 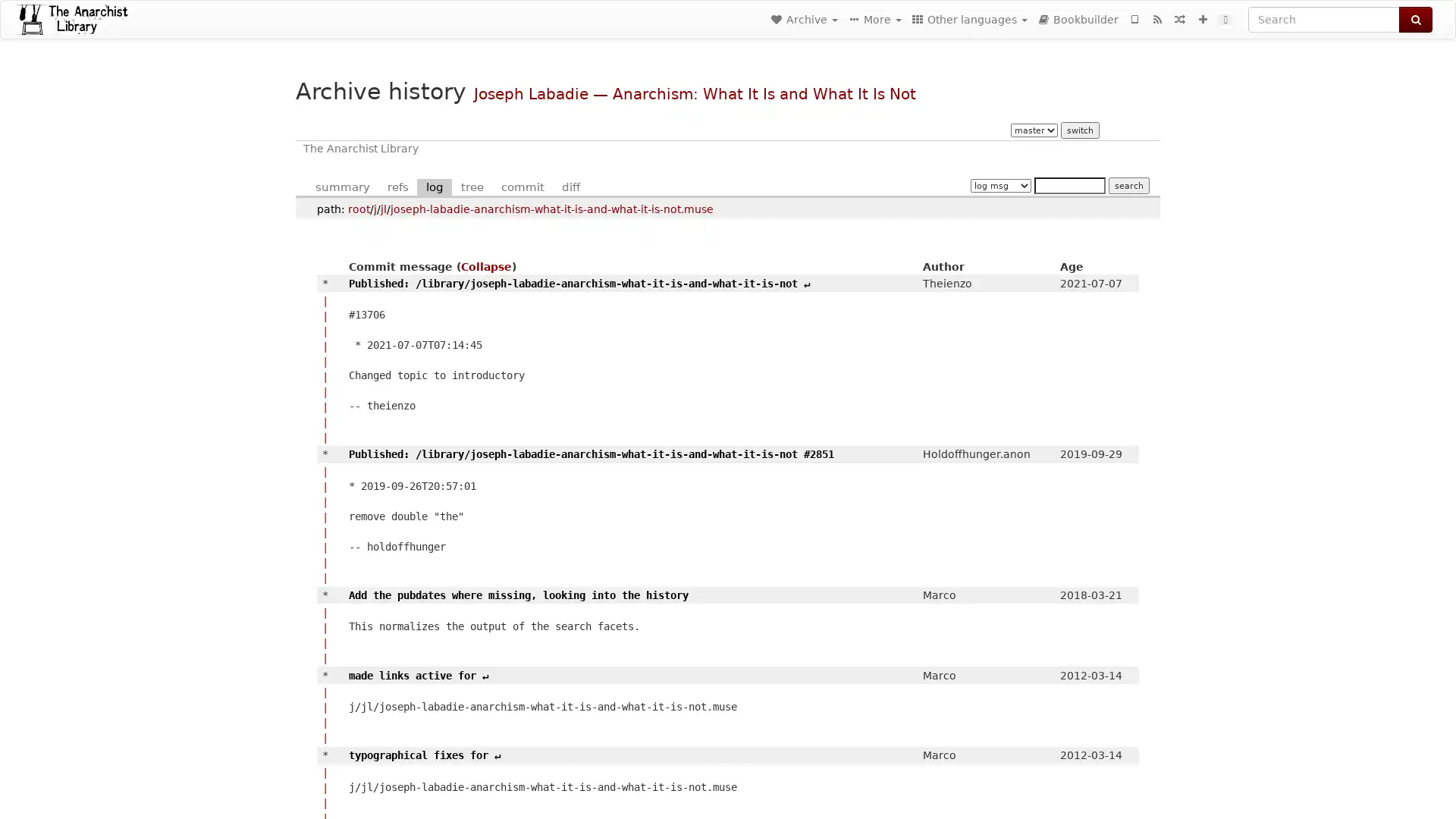 What do you see at coordinates (1128, 185) in the screenshot?
I see `search` at bounding box center [1128, 185].